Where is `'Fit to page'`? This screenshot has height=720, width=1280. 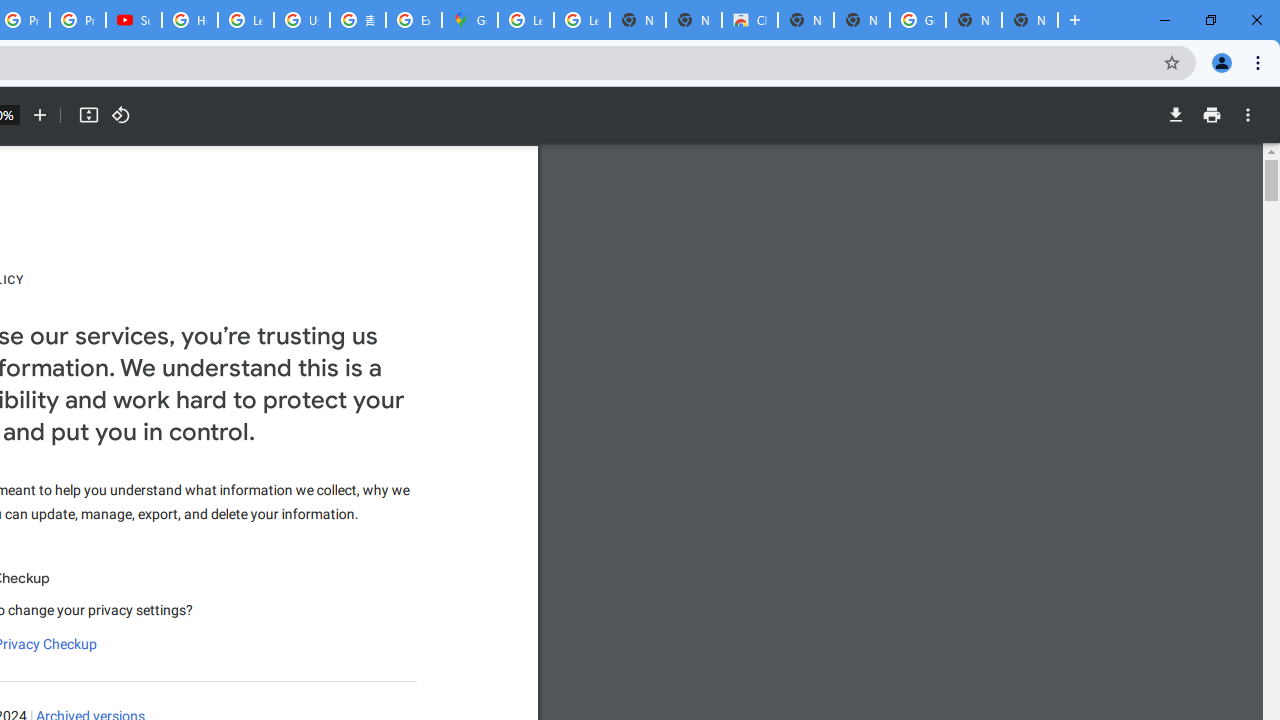
'Fit to page' is located at coordinates (87, 115).